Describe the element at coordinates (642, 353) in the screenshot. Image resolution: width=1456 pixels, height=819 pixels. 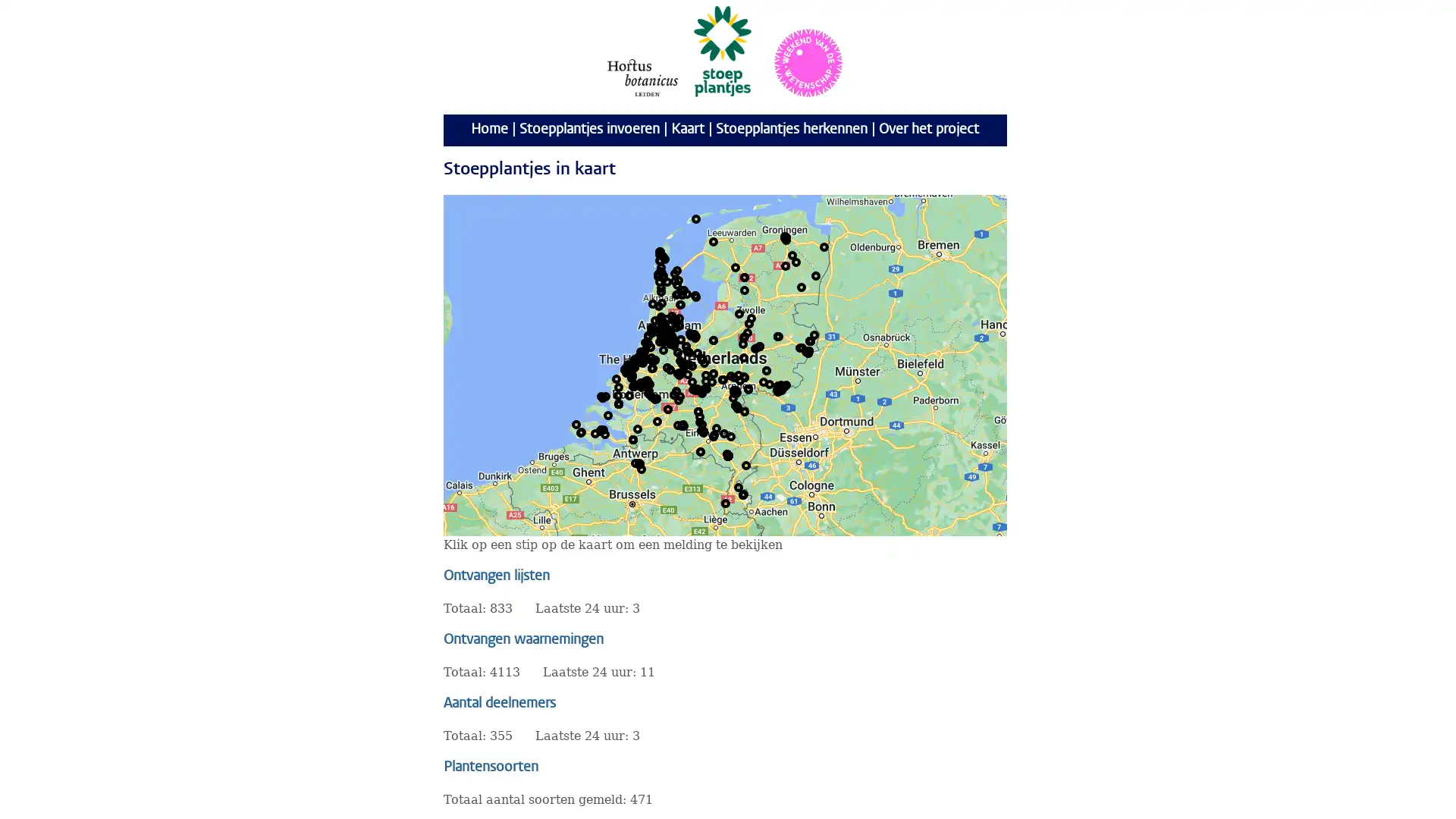
I see `Telling van Demi op 21 juni 2022` at that location.